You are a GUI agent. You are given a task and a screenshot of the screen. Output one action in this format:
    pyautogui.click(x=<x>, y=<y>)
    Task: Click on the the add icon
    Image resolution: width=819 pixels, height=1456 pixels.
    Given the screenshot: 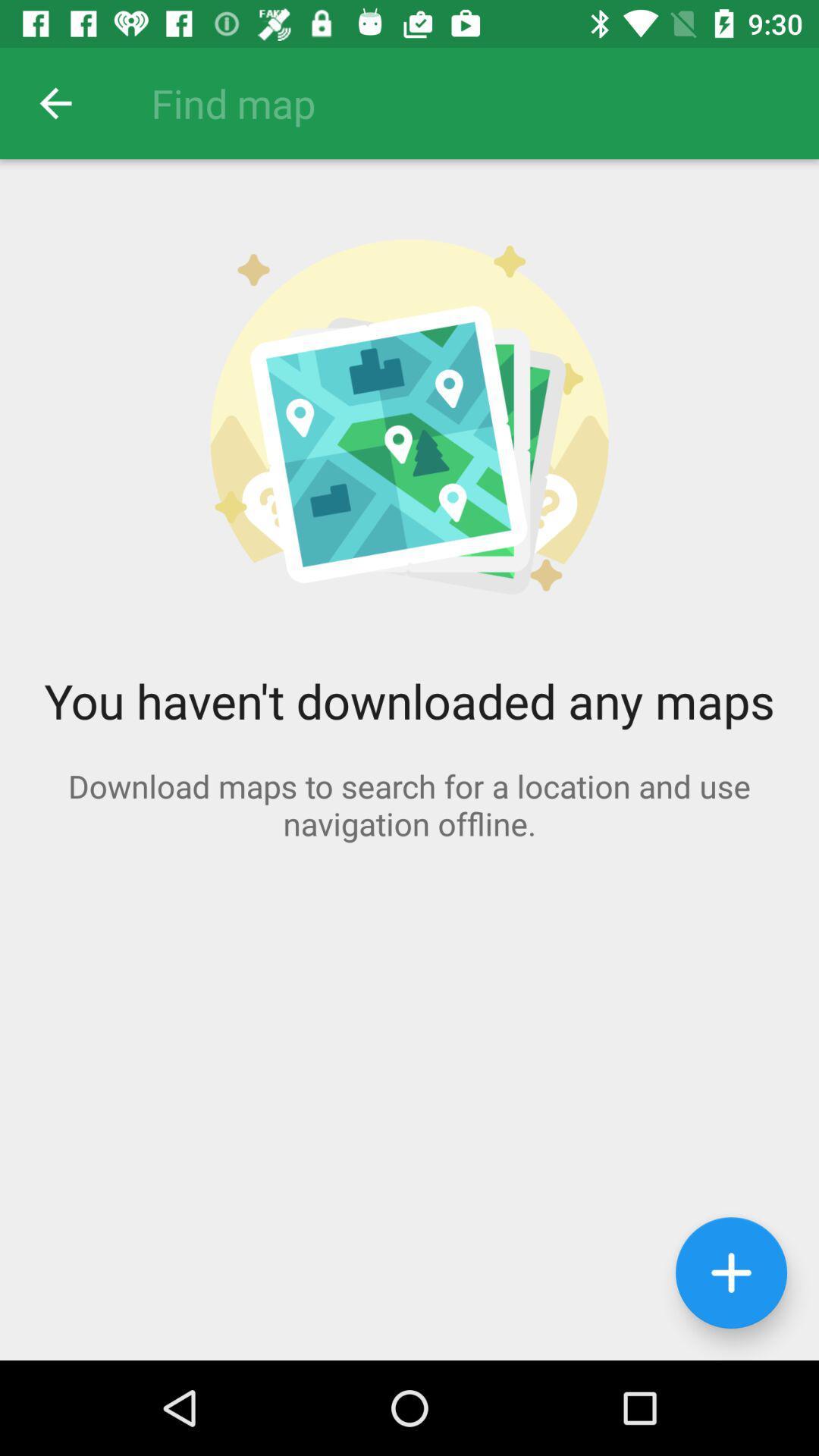 What is the action you would take?
    pyautogui.click(x=730, y=1272)
    